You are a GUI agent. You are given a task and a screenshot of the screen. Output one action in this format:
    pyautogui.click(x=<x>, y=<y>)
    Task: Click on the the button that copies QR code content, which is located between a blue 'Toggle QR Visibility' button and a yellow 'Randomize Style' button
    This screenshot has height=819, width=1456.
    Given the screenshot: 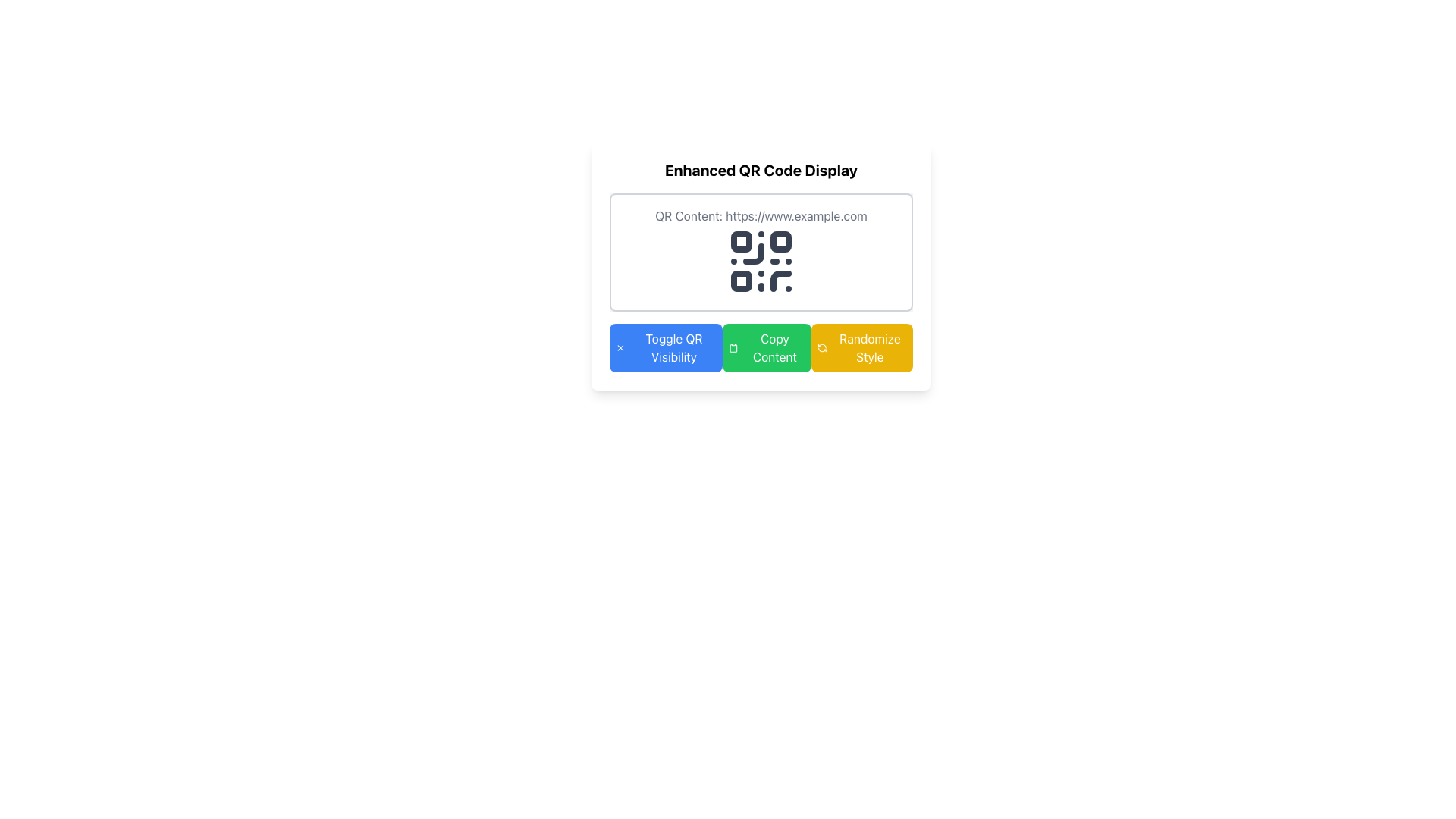 What is the action you would take?
    pyautogui.click(x=767, y=348)
    